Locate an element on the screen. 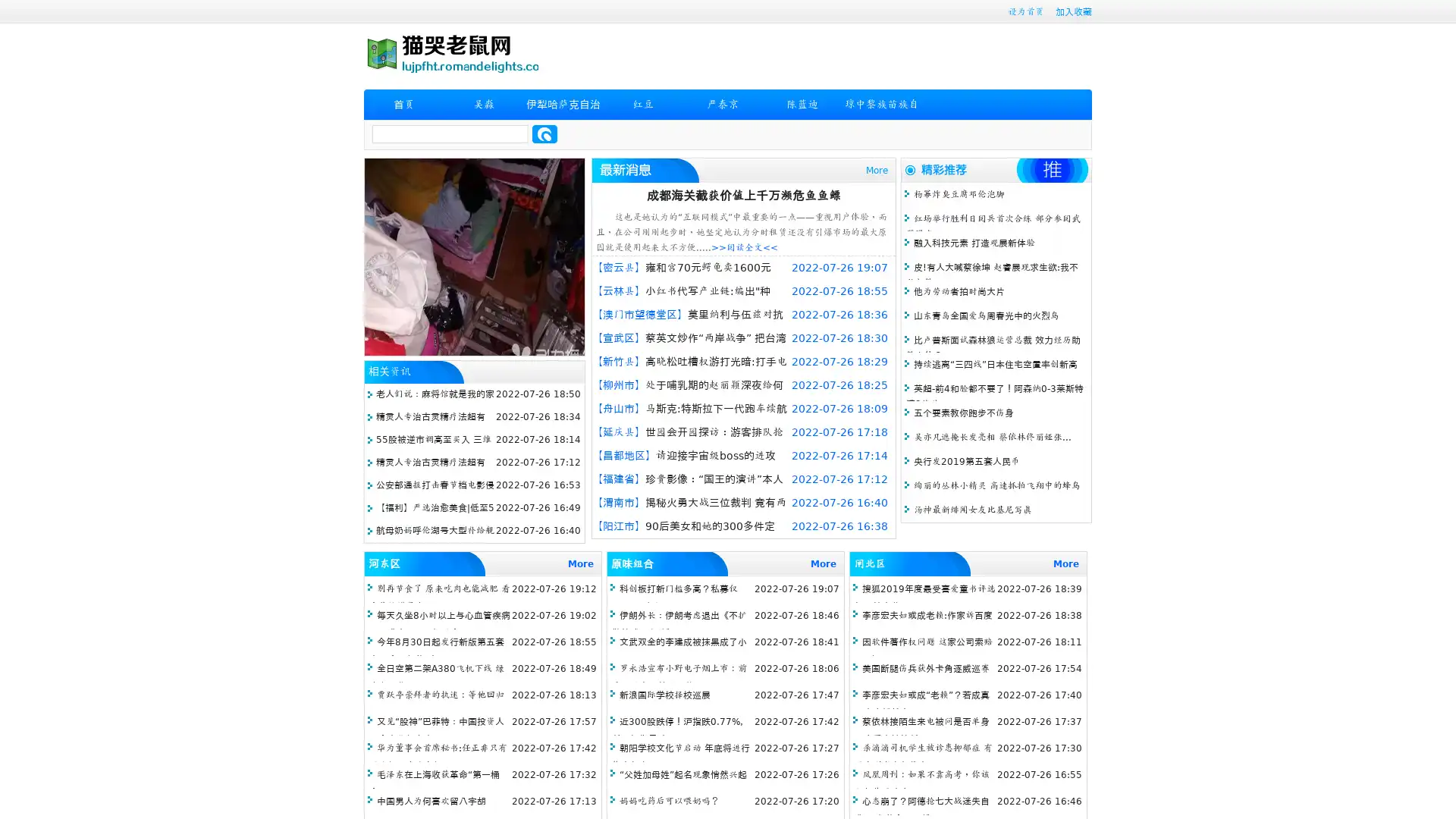 The height and width of the screenshot is (819, 1456). Search is located at coordinates (544, 133).